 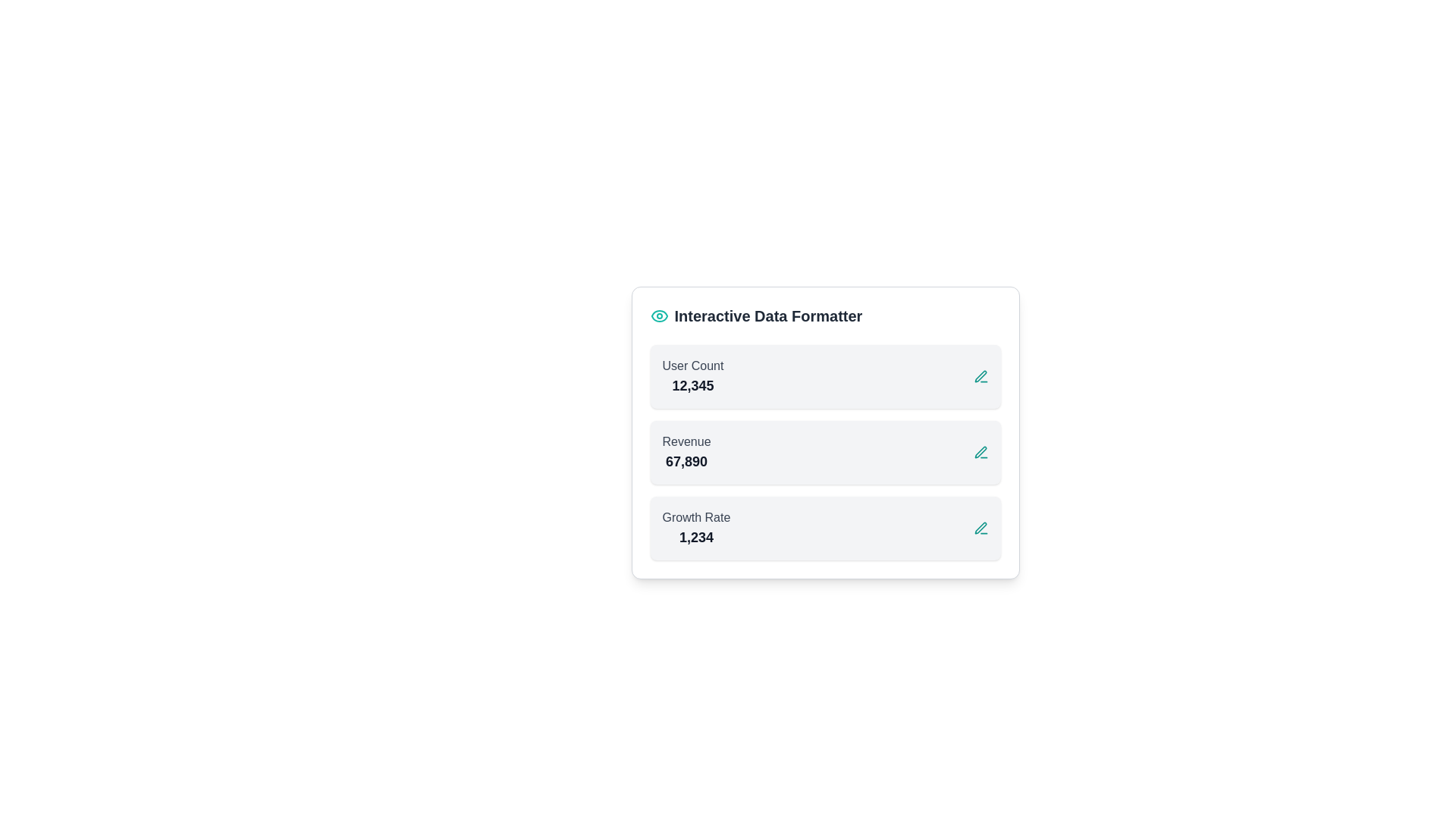 What do you see at coordinates (695, 537) in the screenshot?
I see `the static text displaying '1,234' in bold and large font, located in the 'Growth Rate' section at the bottom of the vertical list` at bounding box center [695, 537].